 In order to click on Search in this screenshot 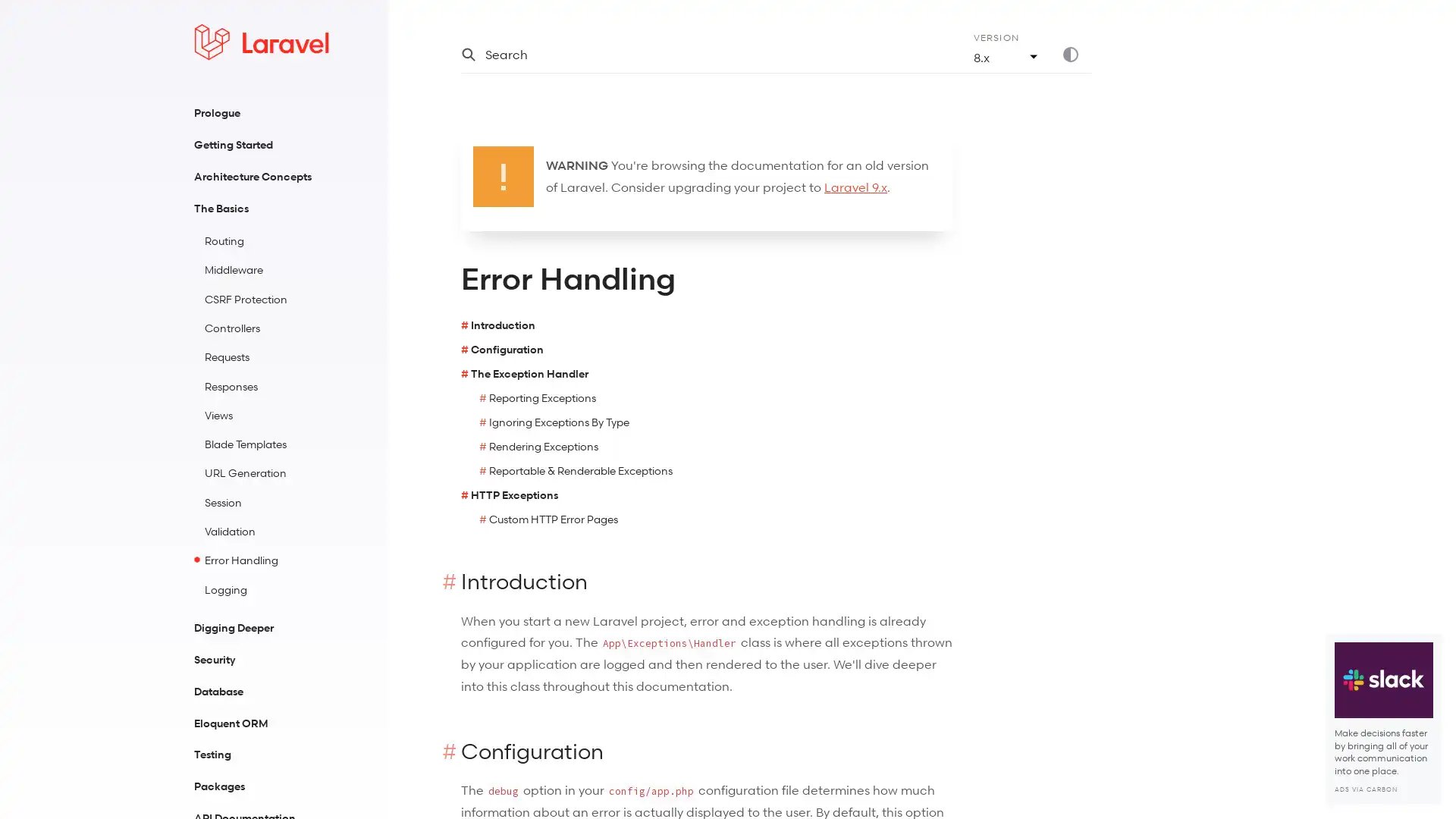, I will do `click(698, 54)`.